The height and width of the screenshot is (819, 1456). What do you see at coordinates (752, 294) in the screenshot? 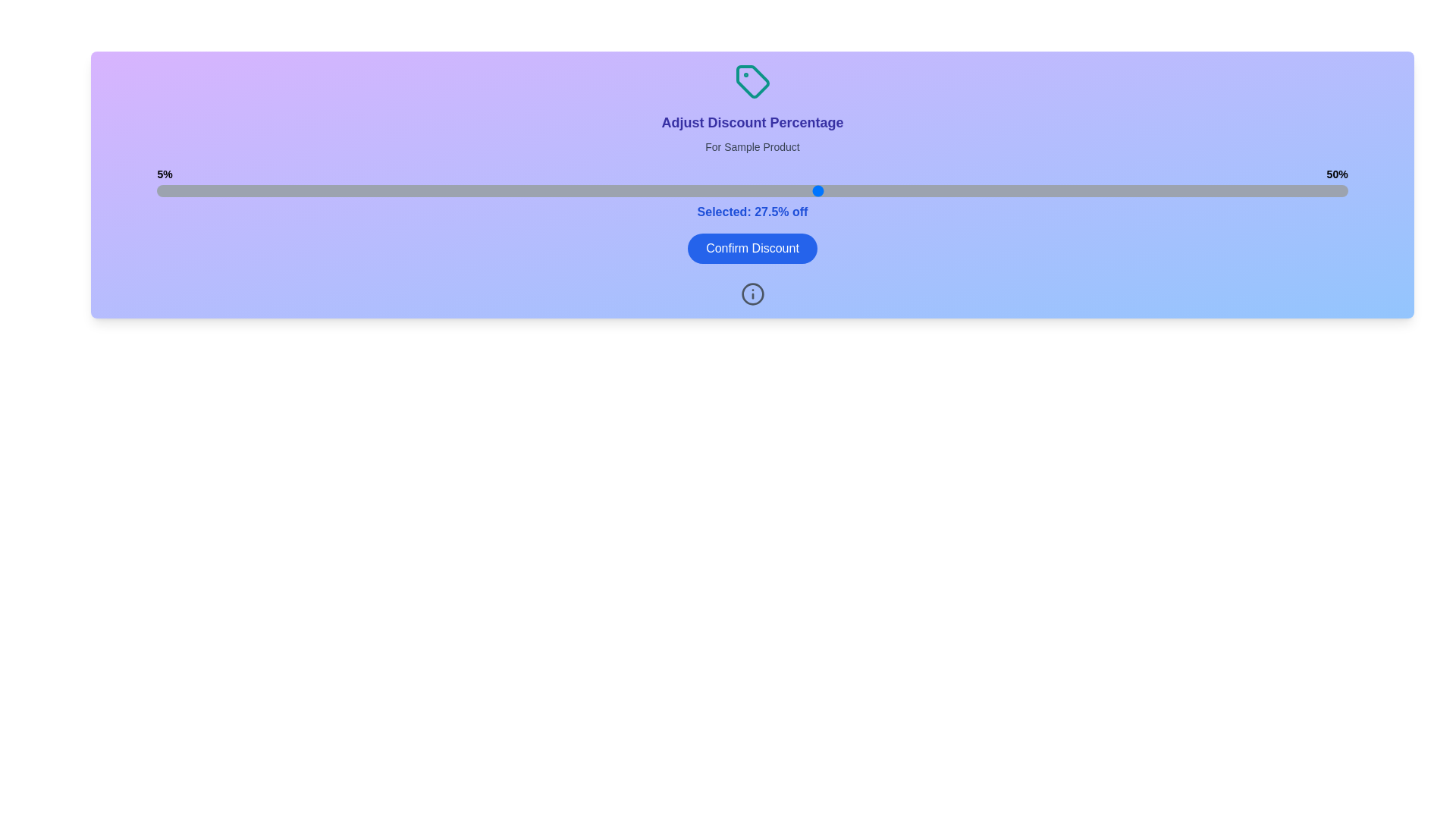
I see `the circular icon with a noticeable border and a small dot in its center, located near the bottom center of the visible area, just underneath the 'Confirm Discount' button` at bounding box center [752, 294].